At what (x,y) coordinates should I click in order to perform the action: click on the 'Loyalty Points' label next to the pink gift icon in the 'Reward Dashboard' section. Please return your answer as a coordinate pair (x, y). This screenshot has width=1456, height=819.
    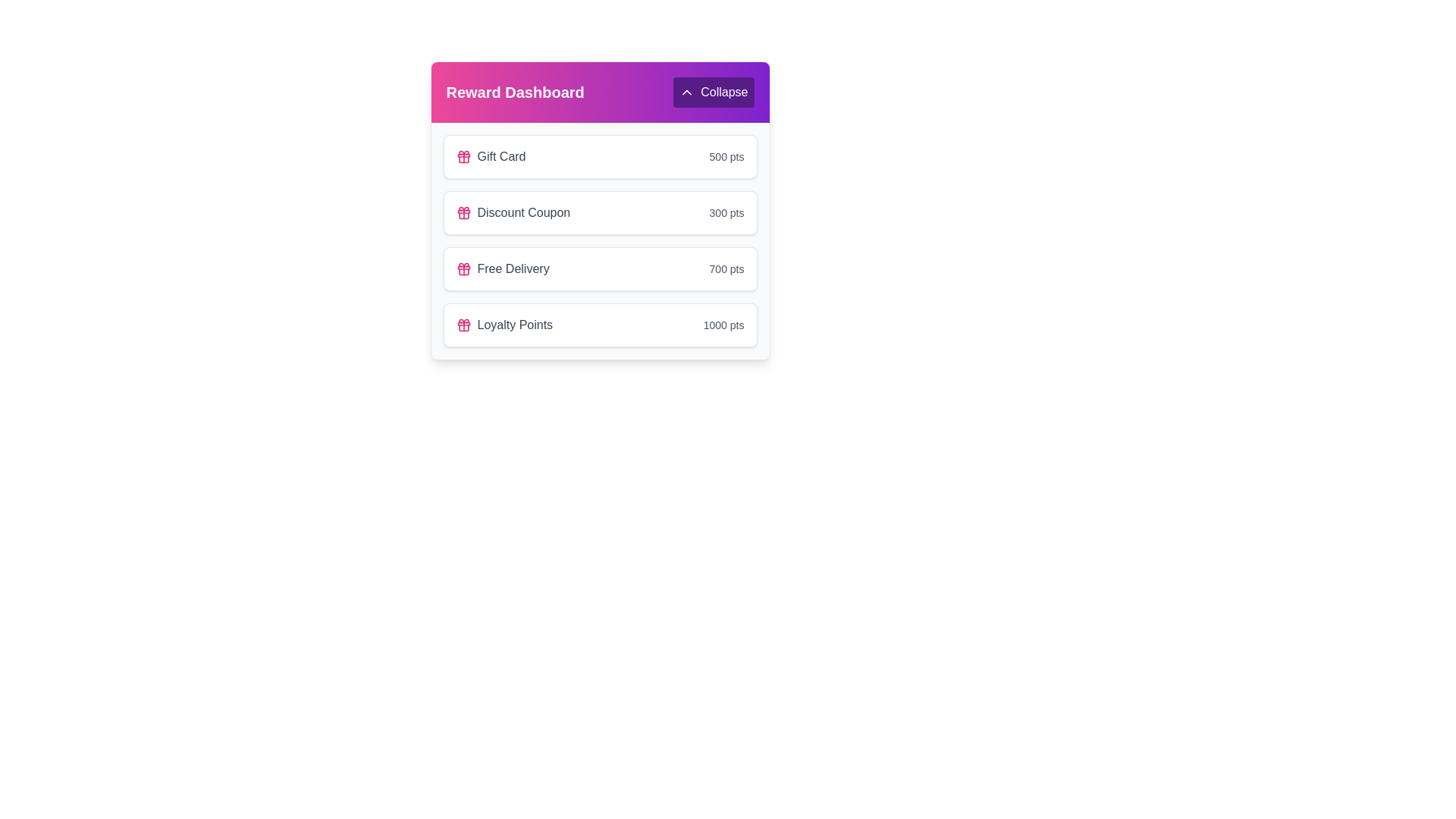
    Looking at the image, I should click on (504, 324).